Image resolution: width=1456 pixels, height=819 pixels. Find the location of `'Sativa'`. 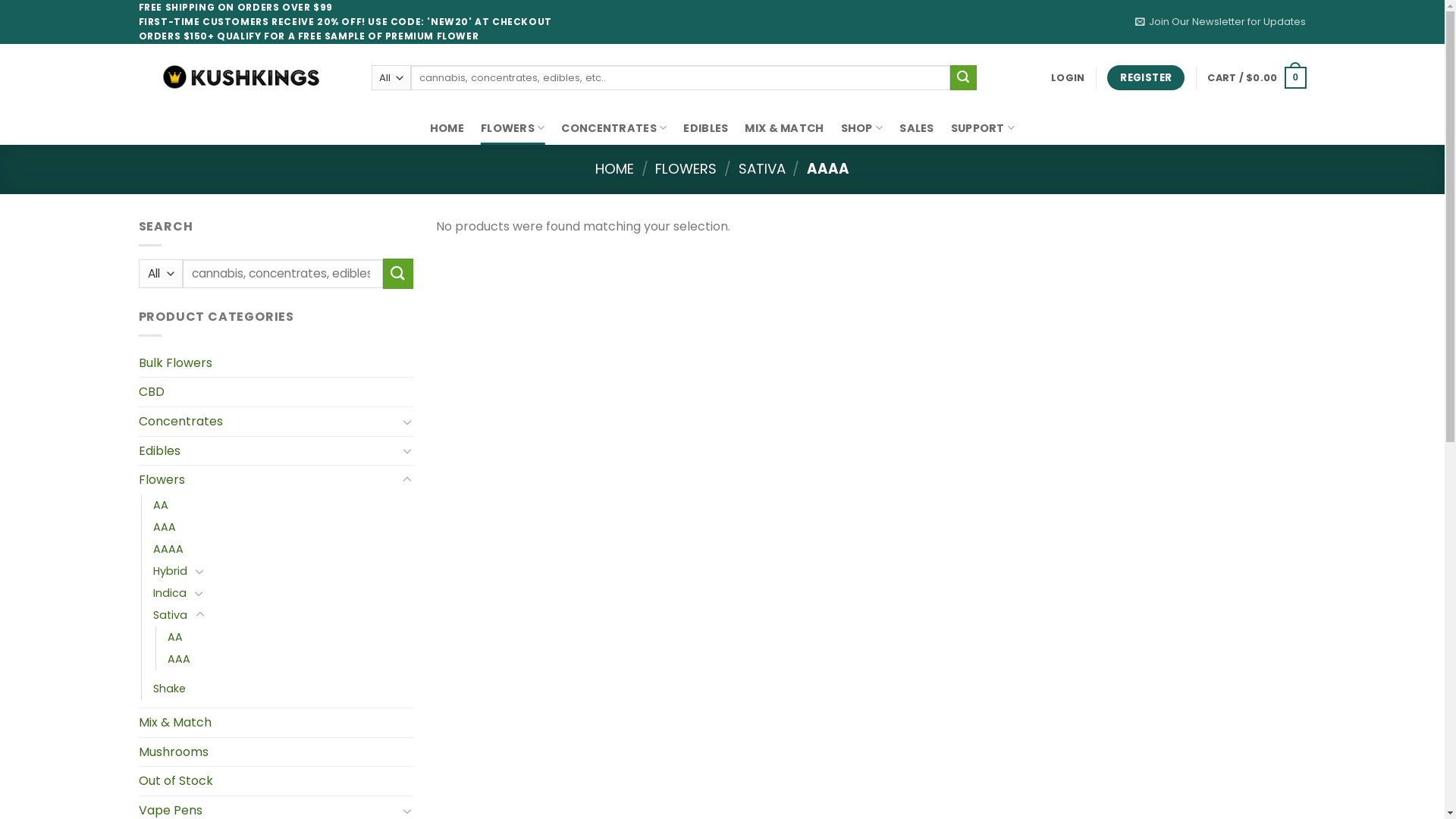

'Sativa' is located at coordinates (170, 615).